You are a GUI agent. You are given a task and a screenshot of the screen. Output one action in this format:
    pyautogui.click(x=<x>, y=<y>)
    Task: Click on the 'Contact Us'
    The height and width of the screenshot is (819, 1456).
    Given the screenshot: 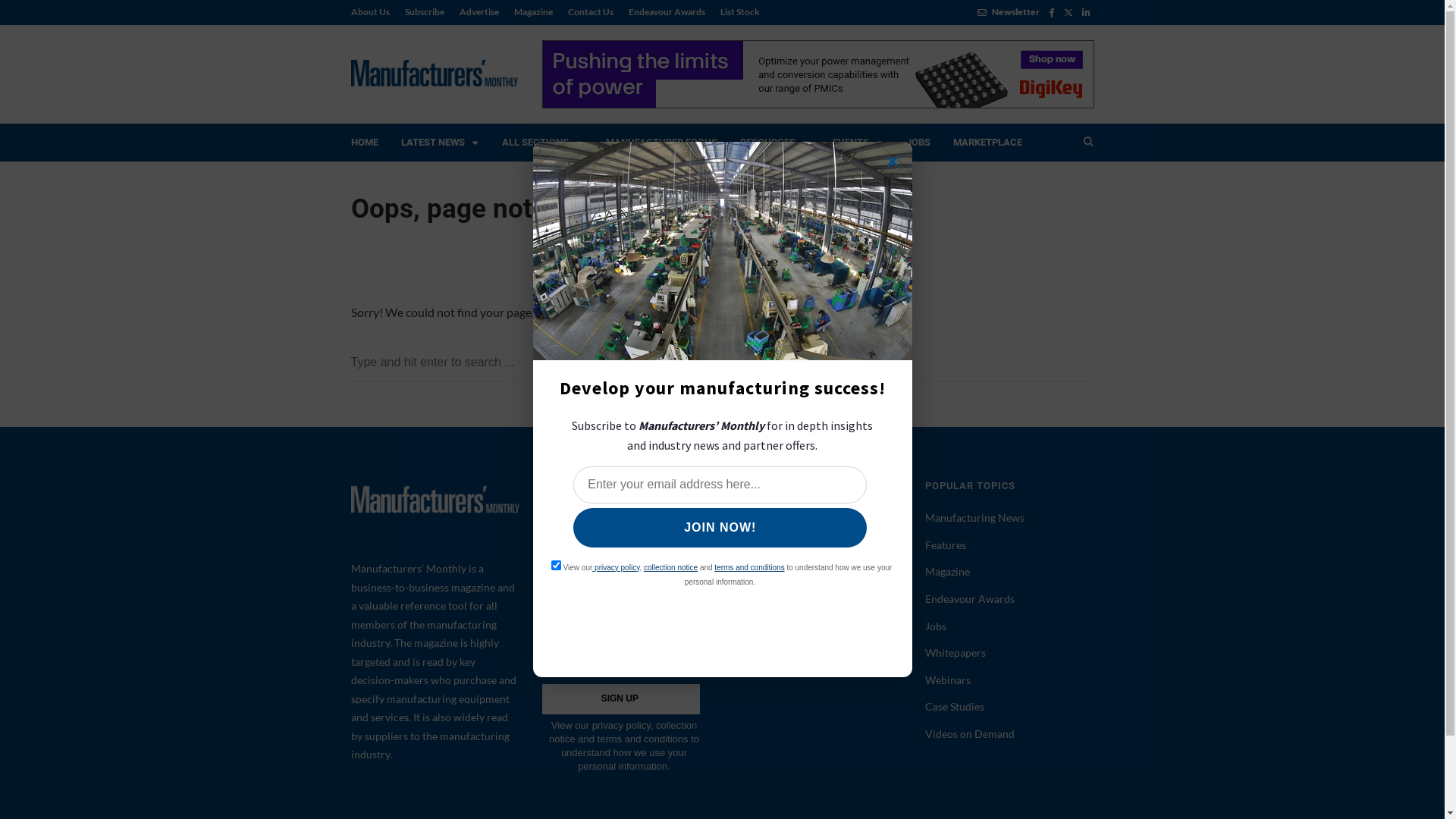 What is the action you would take?
    pyautogui.click(x=588, y=11)
    